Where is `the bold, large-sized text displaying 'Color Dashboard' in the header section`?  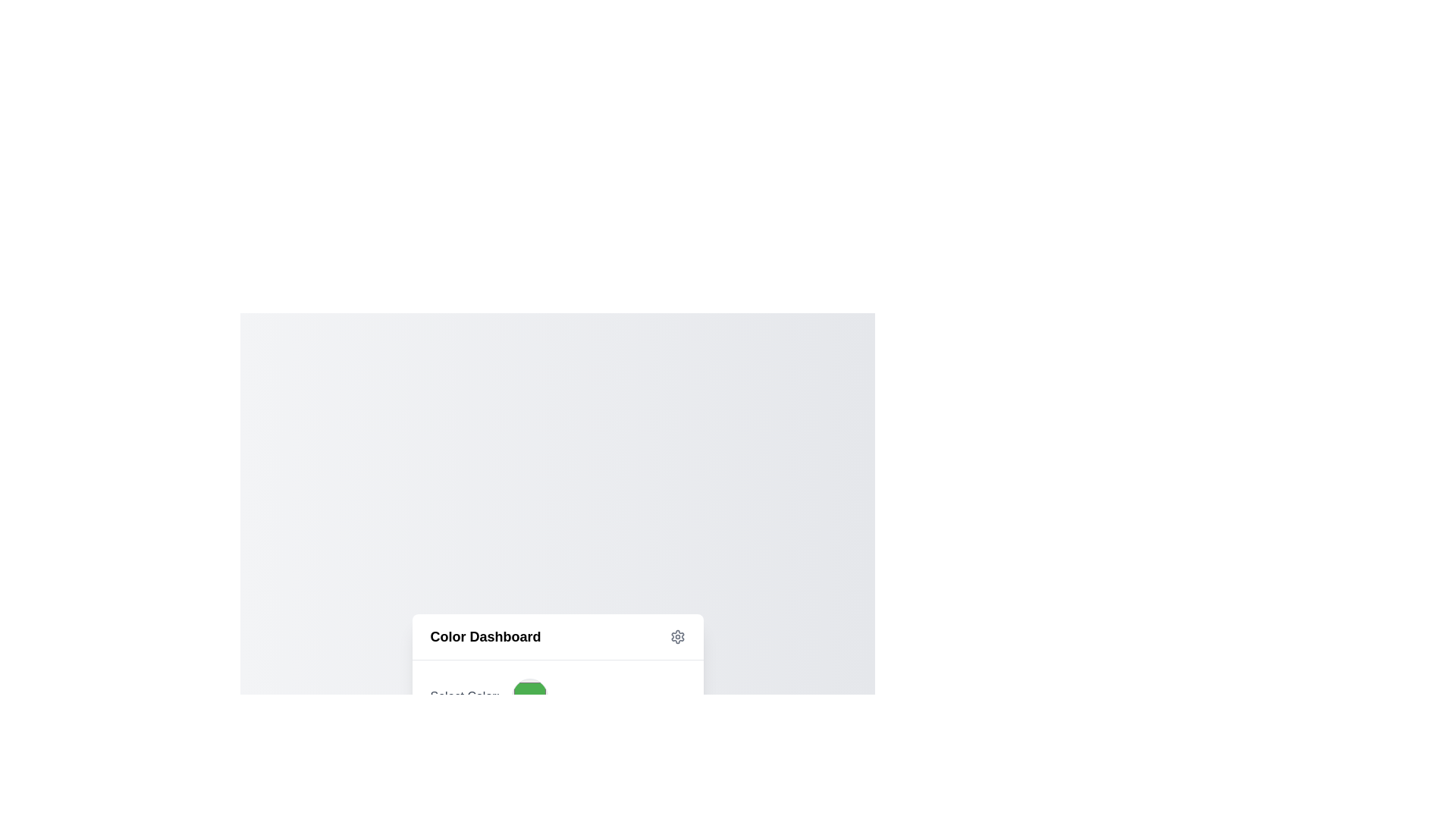 the bold, large-sized text displaying 'Color Dashboard' in the header section is located at coordinates (485, 637).